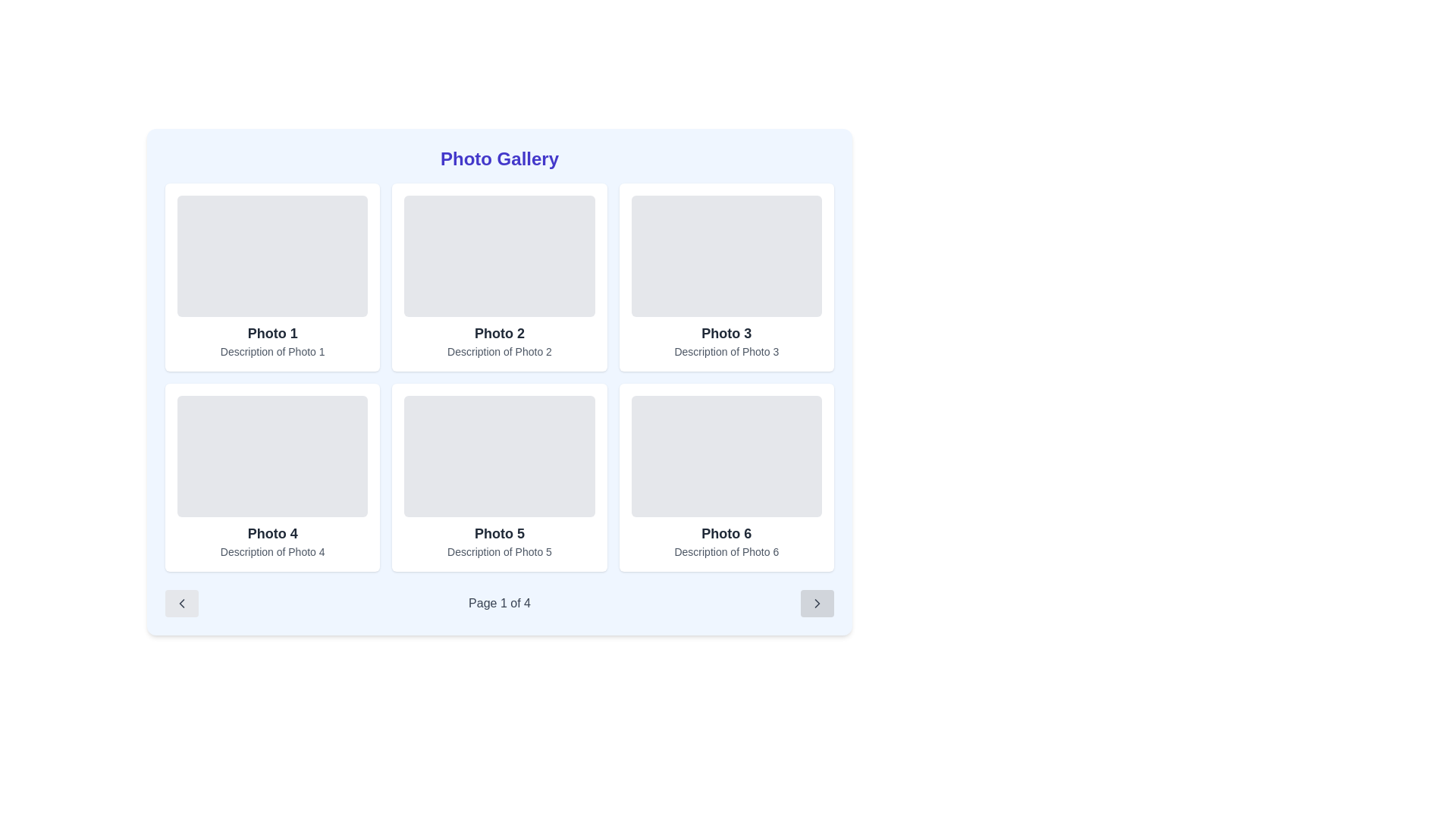 The height and width of the screenshot is (819, 1456). Describe the element at coordinates (726, 455) in the screenshot. I see `the light gray rectangular placeholder with rounded corners located in the bottom-right cell of a 2x3 grid in the photo gallery layout` at that location.